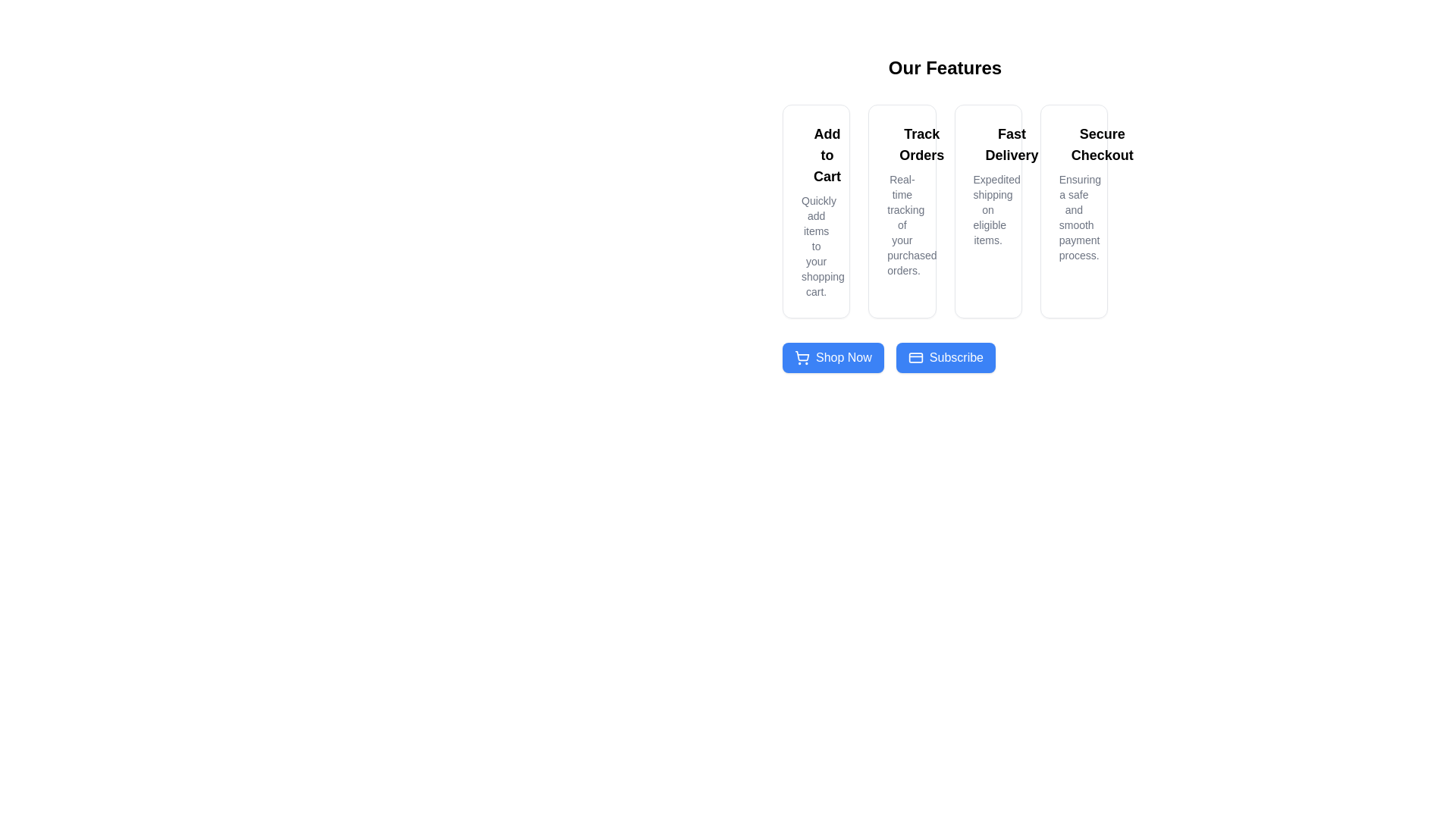 The width and height of the screenshot is (1456, 819). What do you see at coordinates (979, 140) in the screenshot?
I see `the vector graphic element in the truck illustration that represents the 'Fast Delivery' feature located in the third feature section` at bounding box center [979, 140].